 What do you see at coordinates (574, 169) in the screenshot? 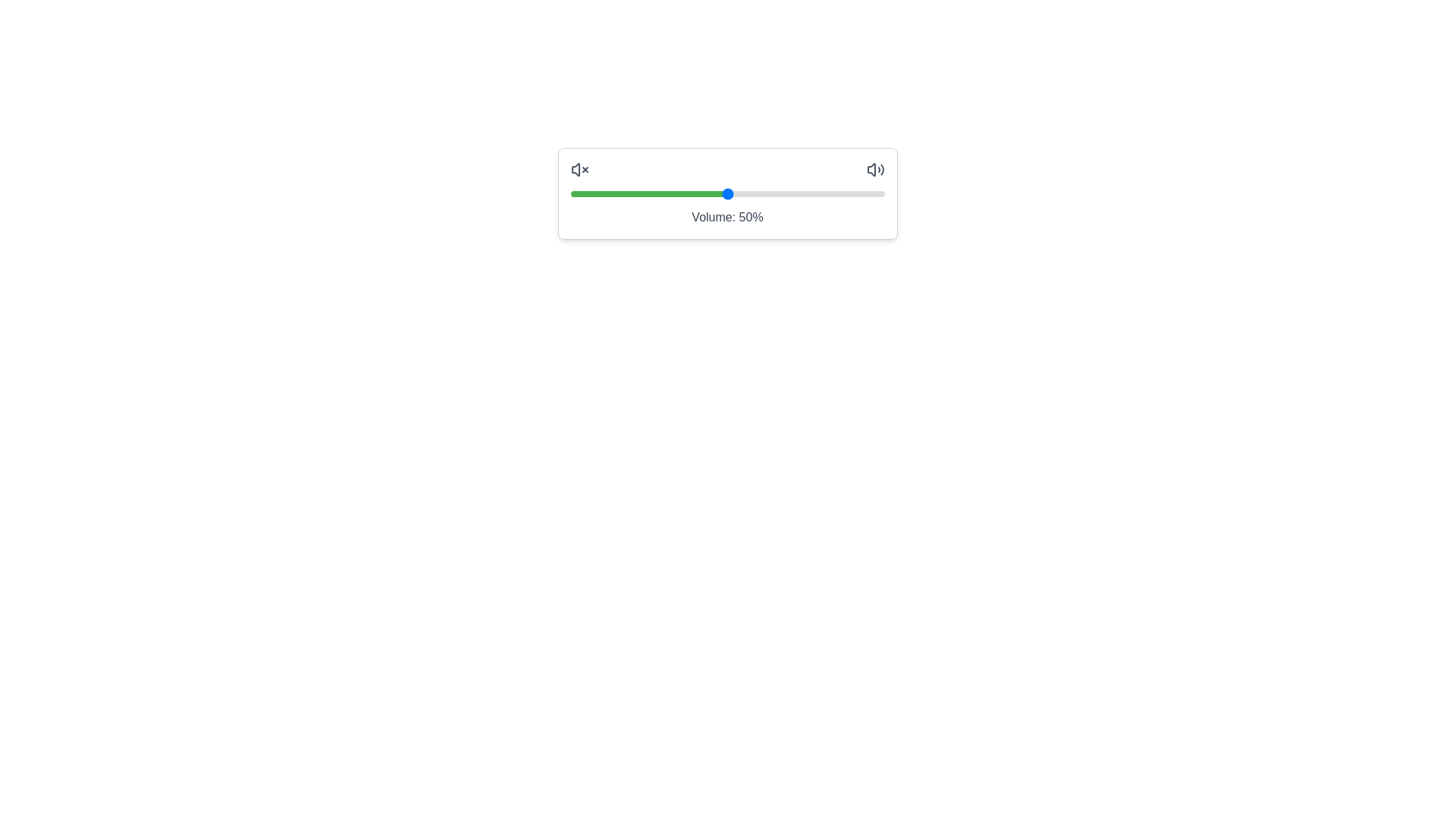
I see `the state of the mute icon located at the top-left corner of the volume control widget, which indicates the muted sound state` at bounding box center [574, 169].